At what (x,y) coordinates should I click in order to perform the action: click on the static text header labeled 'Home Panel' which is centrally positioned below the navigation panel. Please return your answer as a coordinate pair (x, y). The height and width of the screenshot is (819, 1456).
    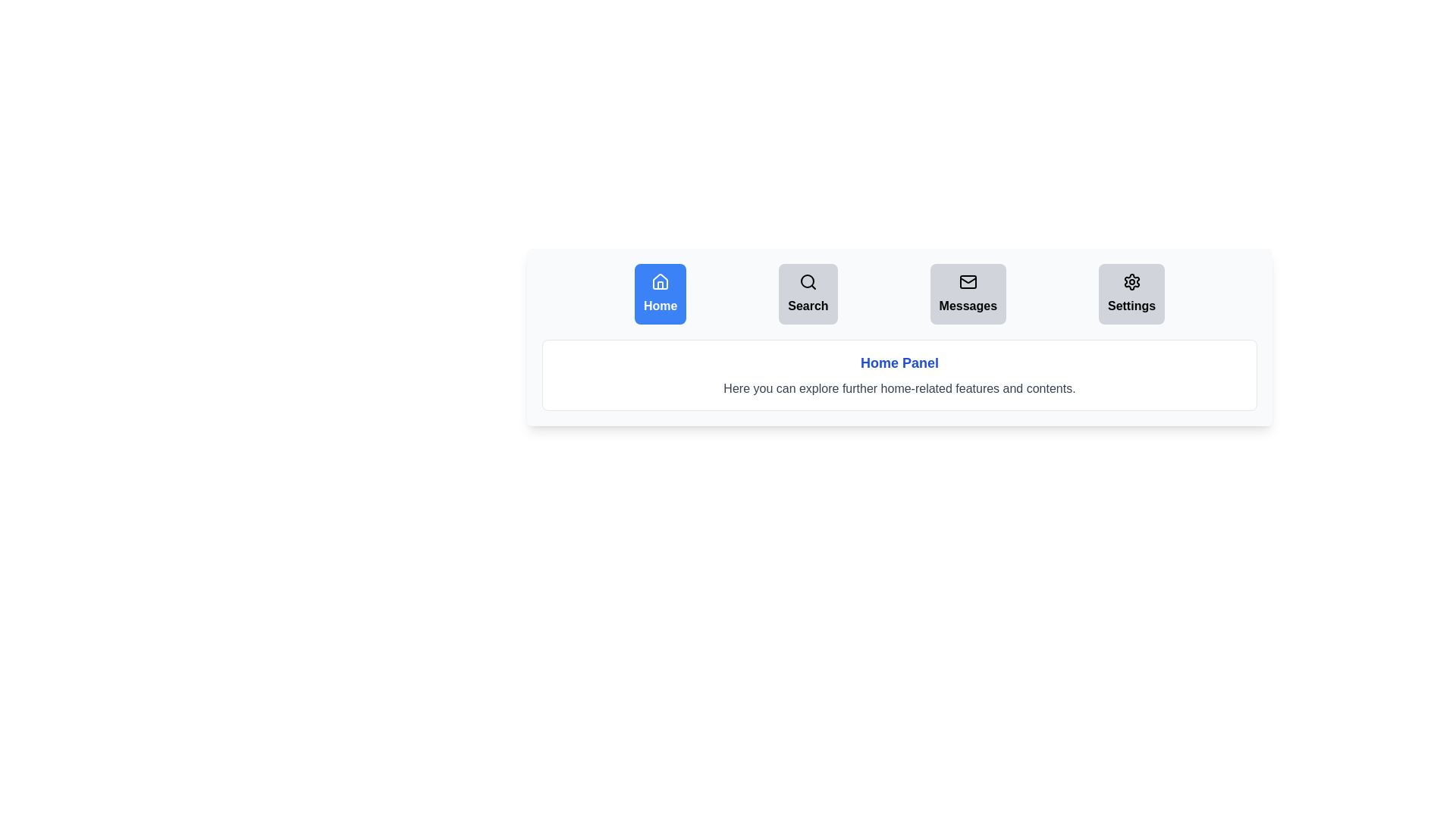
    Looking at the image, I should click on (899, 362).